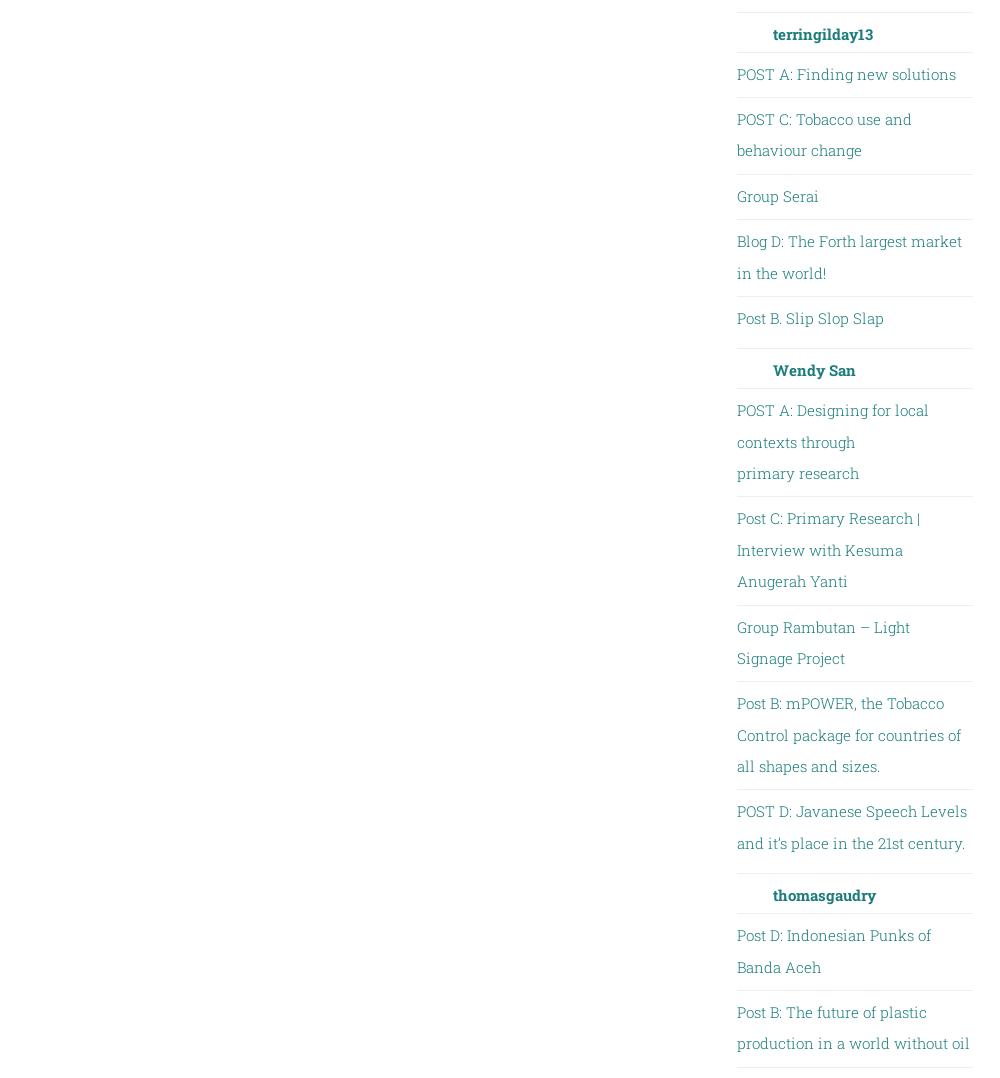 The width and height of the screenshot is (1000, 1078). I want to click on 'Post D: Indonesian Punks of Banda Aceh', so click(832, 949).